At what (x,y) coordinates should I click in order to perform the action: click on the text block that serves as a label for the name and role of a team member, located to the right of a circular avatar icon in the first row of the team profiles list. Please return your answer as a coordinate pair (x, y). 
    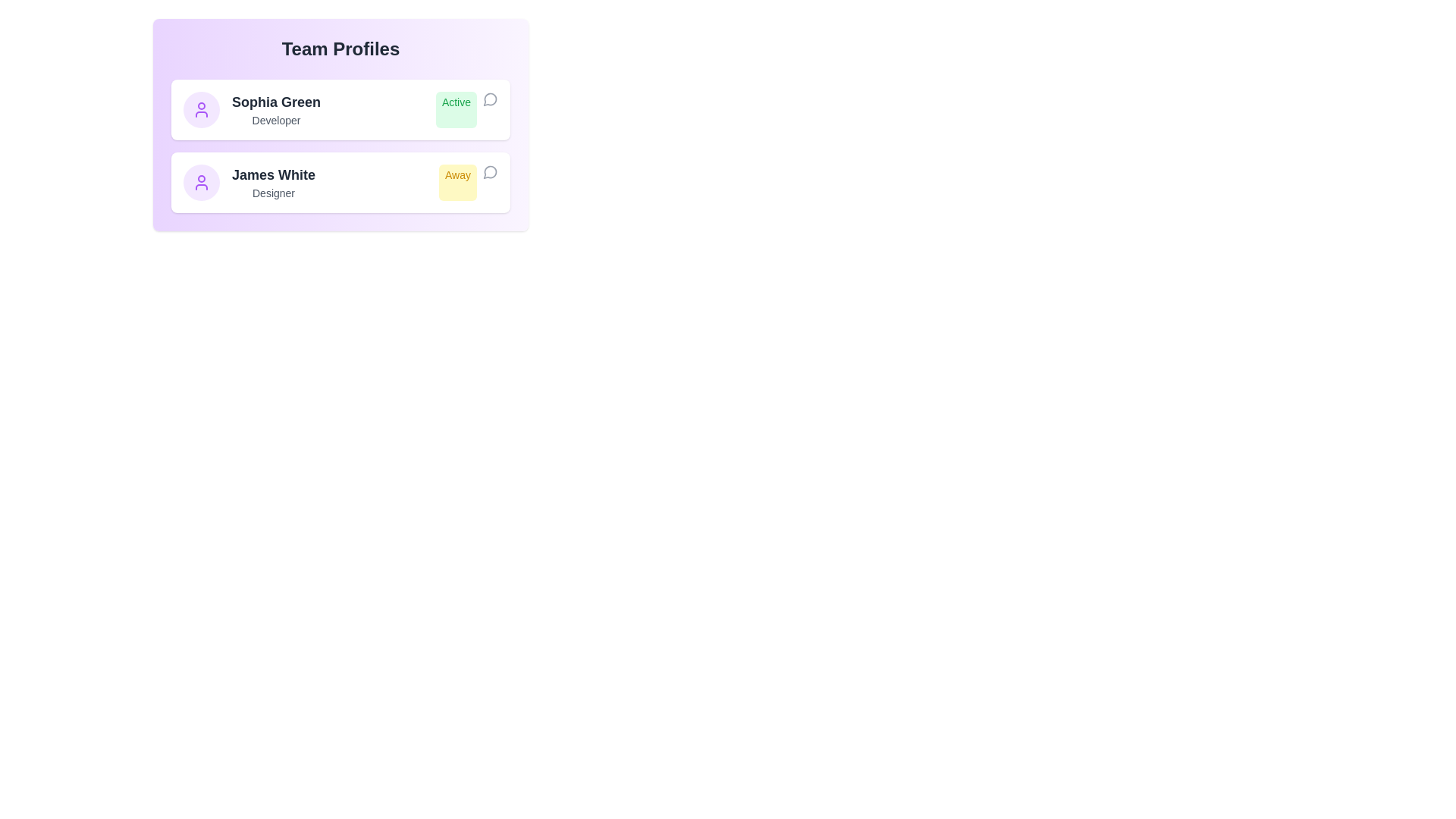
    Looking at the image, I should click on (276, 109).